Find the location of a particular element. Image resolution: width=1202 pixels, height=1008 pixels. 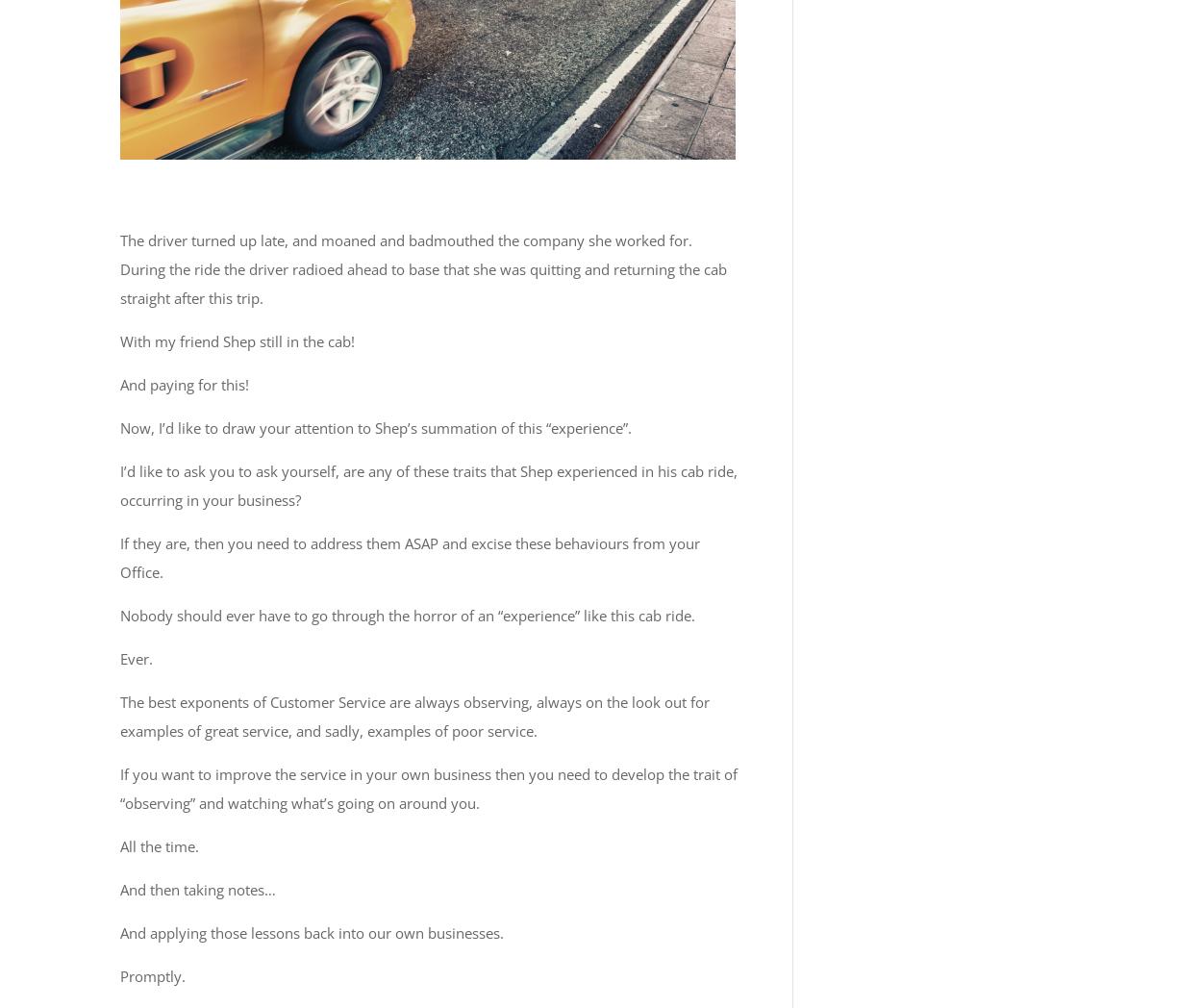

'If you want to improve the service in your own business then you need to develop the trait of “observing” and watching what’s going on around you.' is located at coordinates (428, 787).